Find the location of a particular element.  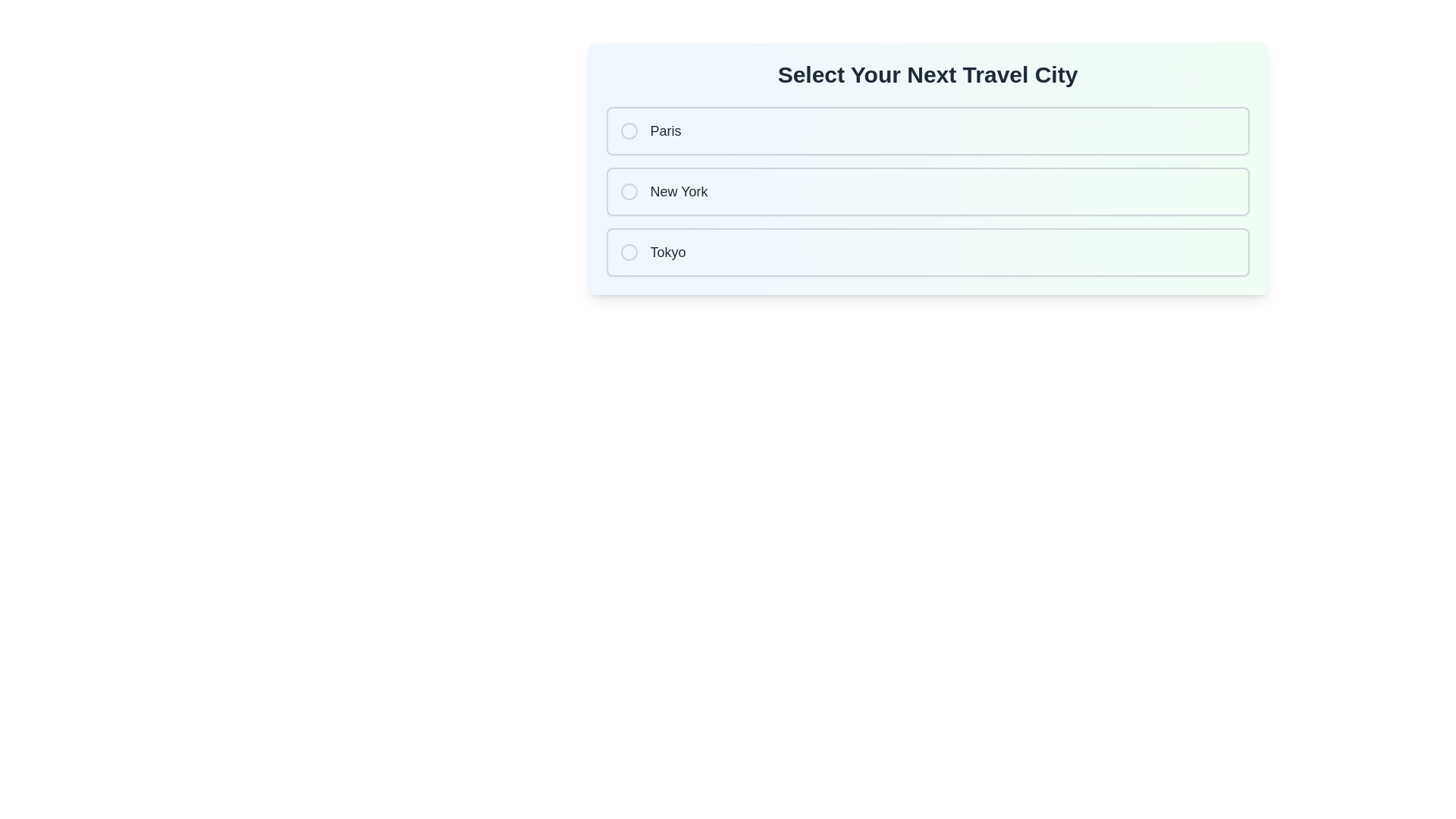

the SVG circle element representing the radio button for the 'Tokyo' option is located at coordinates (629, 251).